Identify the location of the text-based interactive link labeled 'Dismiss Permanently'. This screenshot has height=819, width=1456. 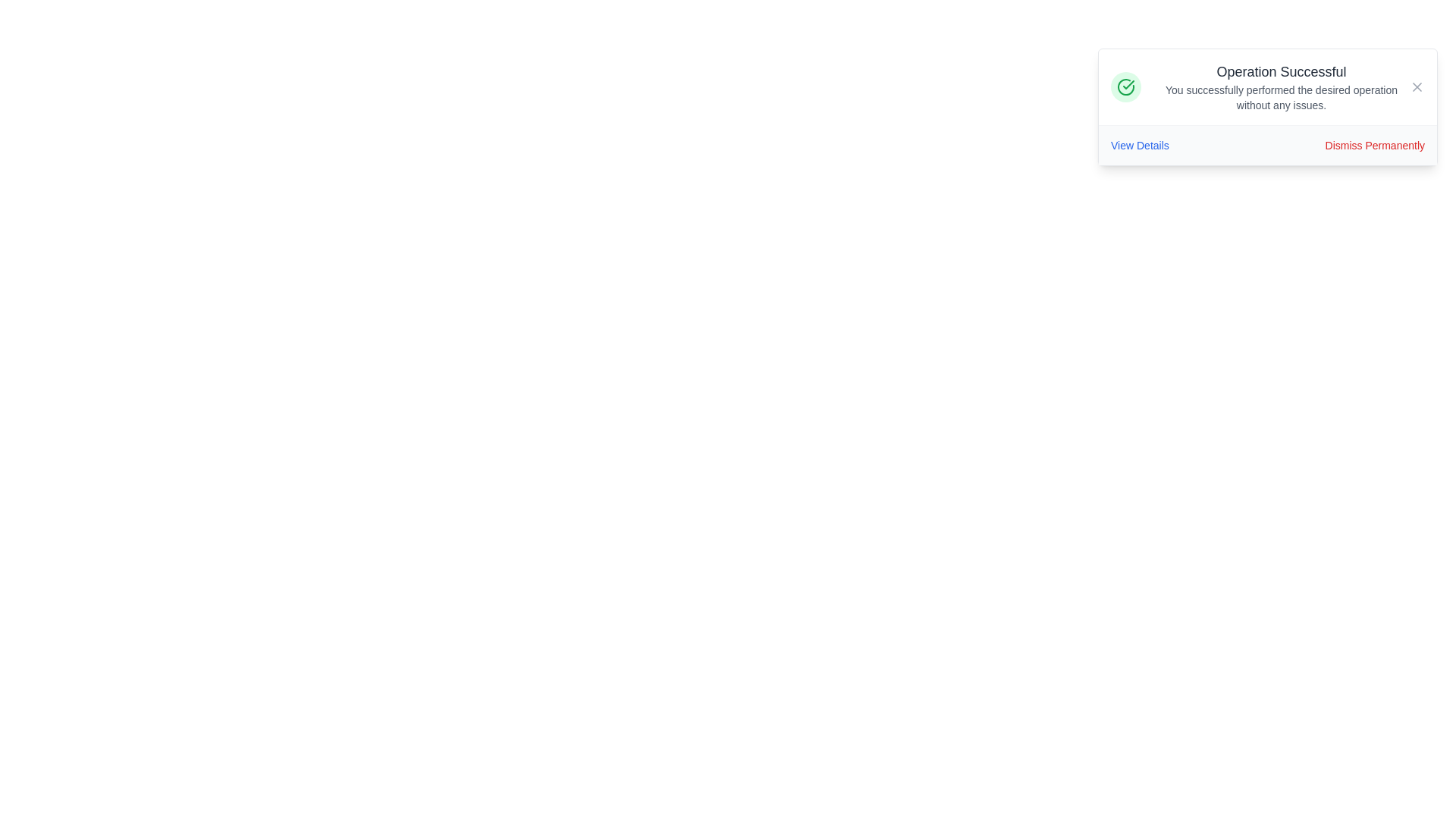
(1375, 146).